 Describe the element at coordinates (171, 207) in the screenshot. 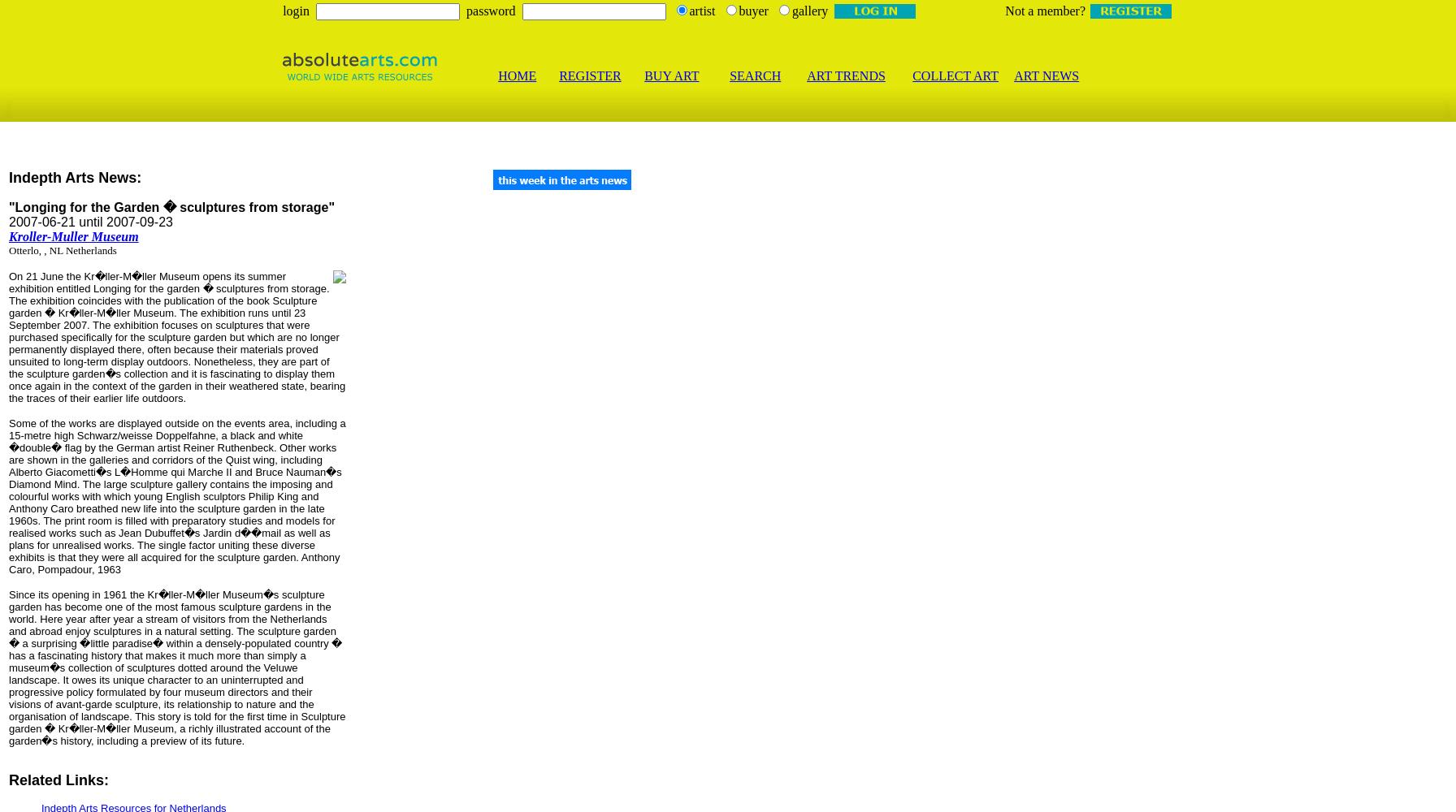

I see `'"Longing for the Garden � sculptures from storage"'` at that location.